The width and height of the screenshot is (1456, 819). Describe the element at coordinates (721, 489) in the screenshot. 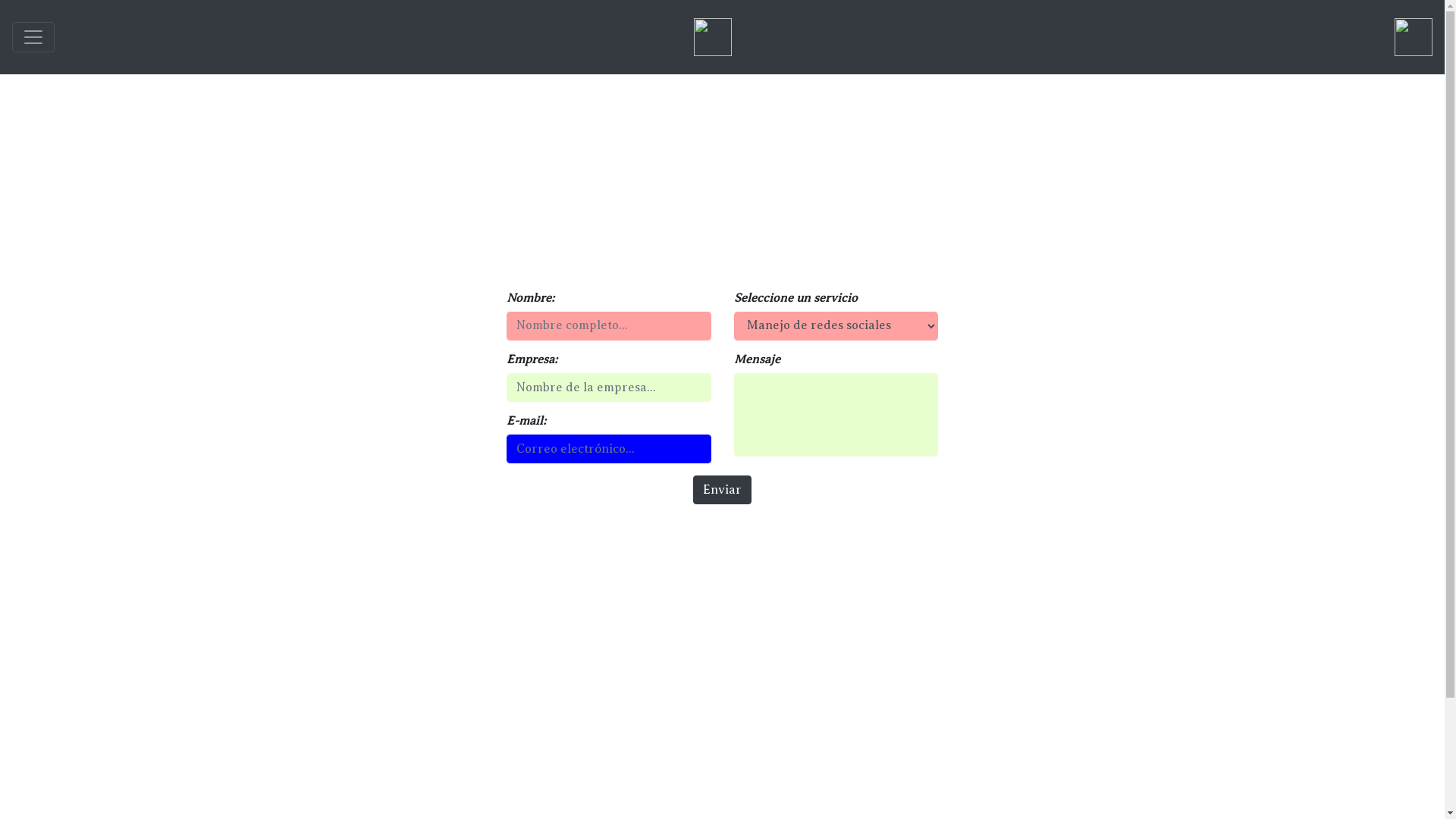

I see `'Enviar'` at that location.